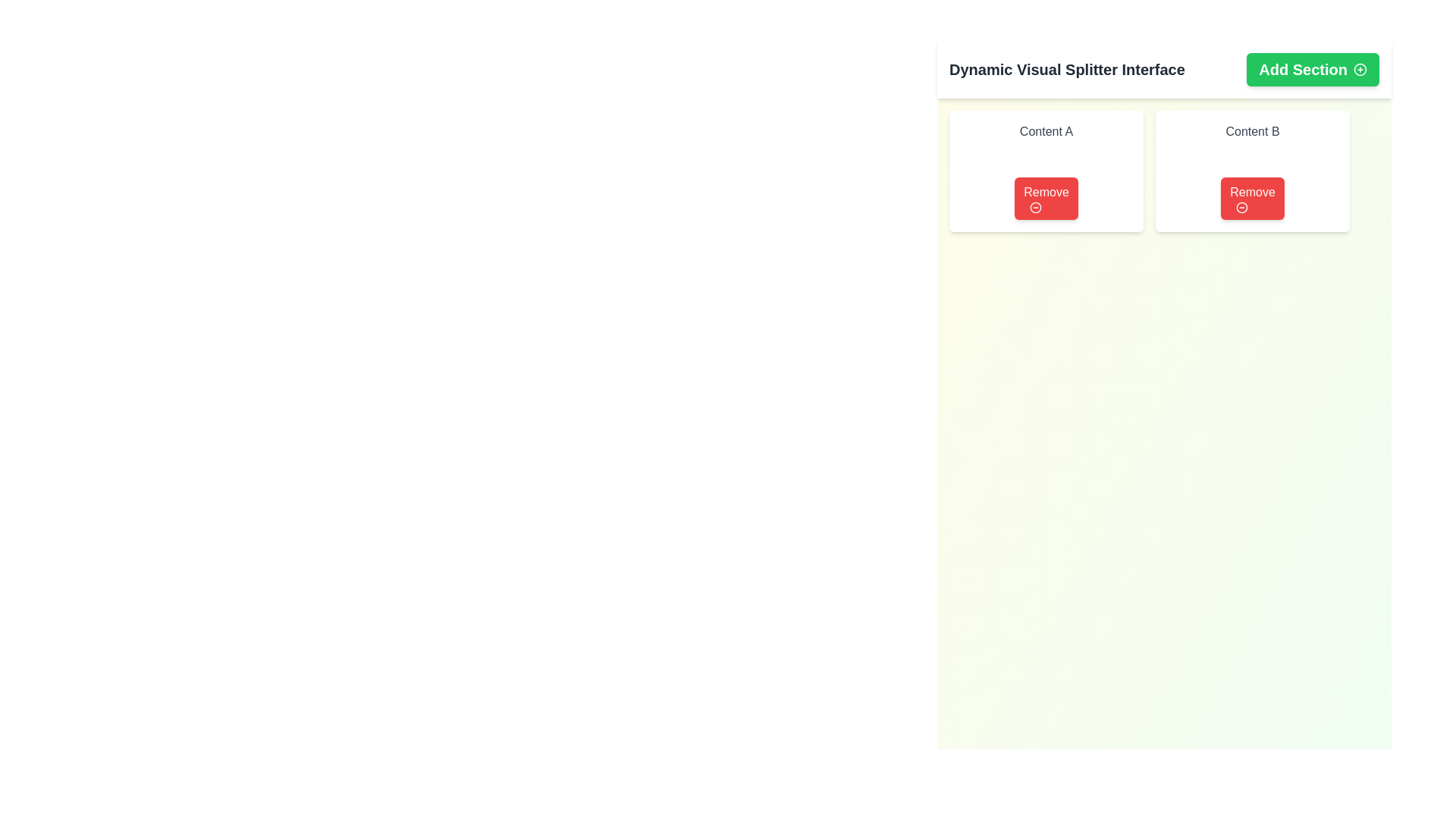 This screenshot has height=819, width=1456. What do you see at coordinates (1312, 70) in the screenshot?
I see `the green 'Add Section' button with rounded corners located at the top-right corner of the interface` at bounding box center [1312, 70].